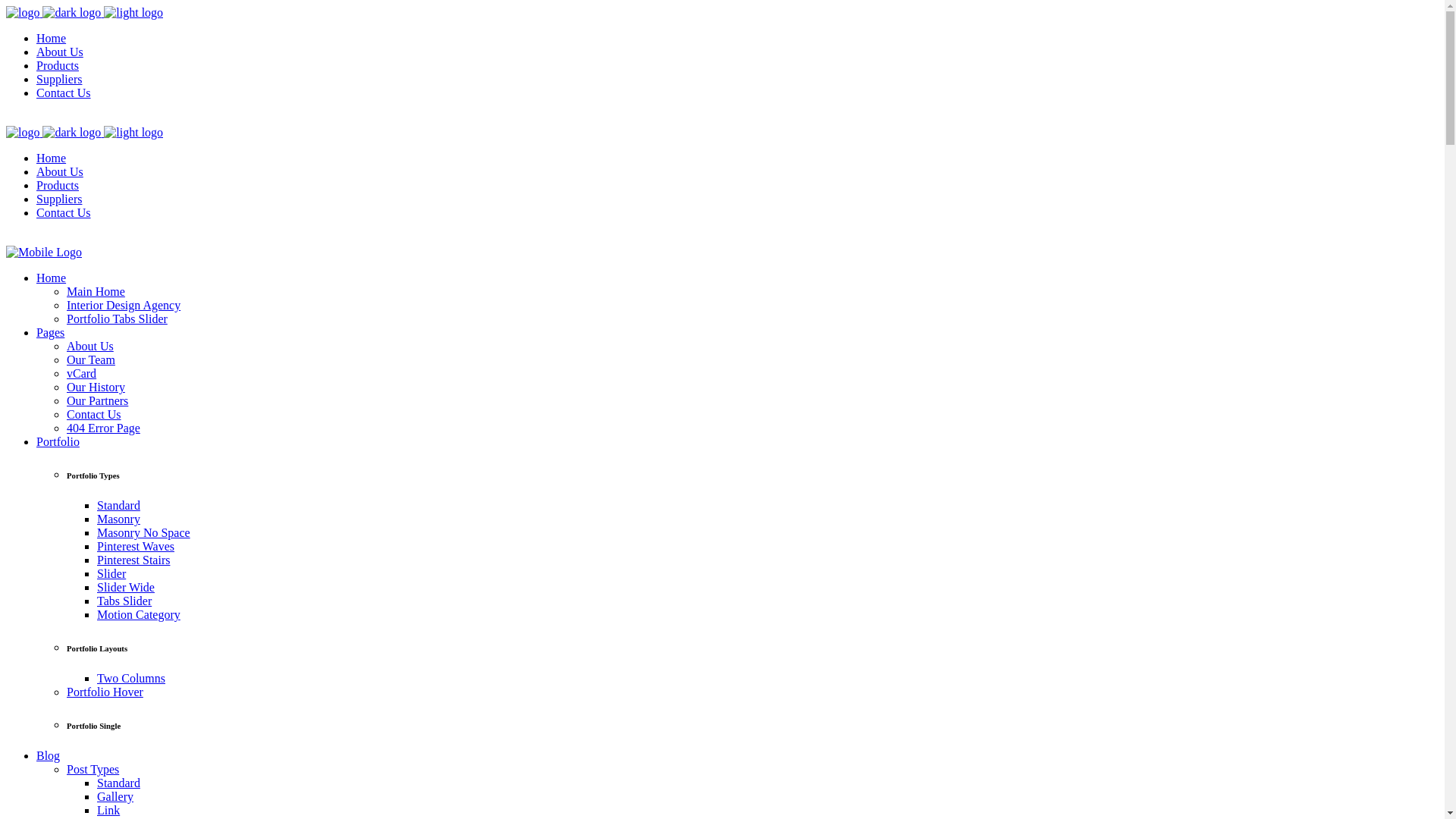  What do you see at coordinates (143, 532) in the screenshot?
I see `'Masonry No Space'` at bounding box center [143, 532].